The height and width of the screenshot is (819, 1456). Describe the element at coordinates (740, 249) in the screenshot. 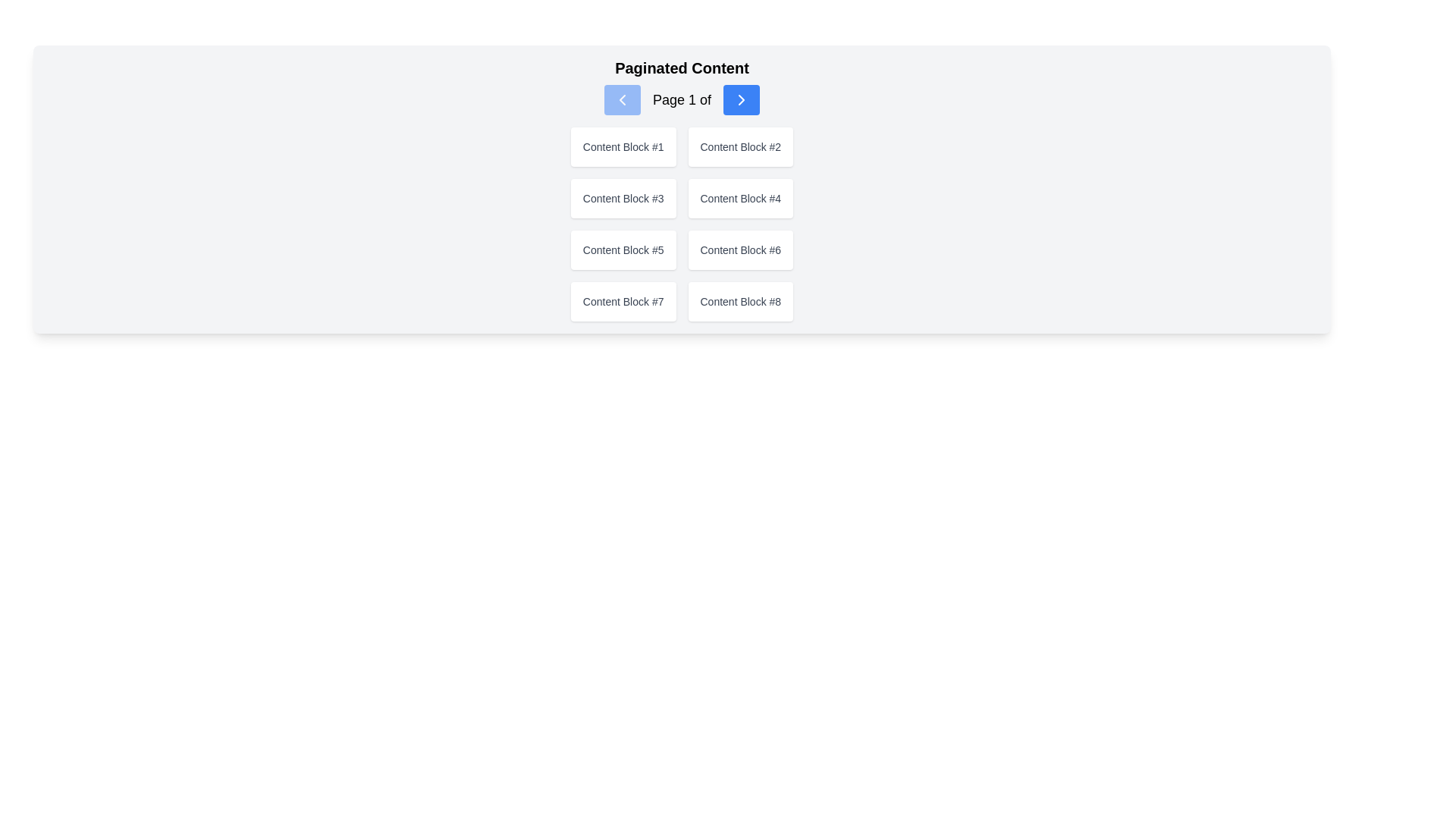

I see `the text label located in the center-right section of the grid layout, specifically in the third column of the second row, which serves as an identifier for the associated card` at that location.